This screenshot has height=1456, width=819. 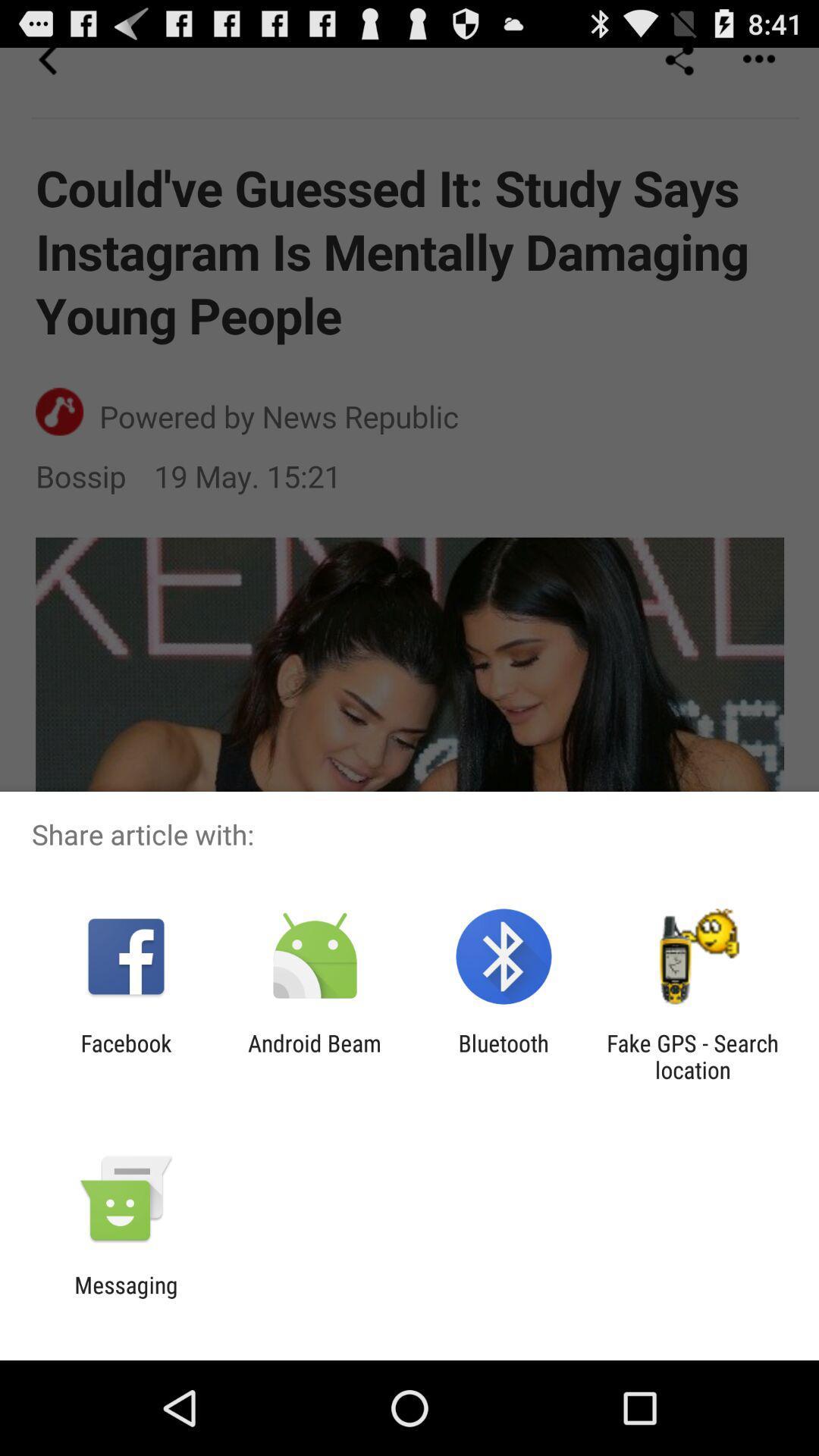 I want to click on facebook app, so click(x=125, y=1056).